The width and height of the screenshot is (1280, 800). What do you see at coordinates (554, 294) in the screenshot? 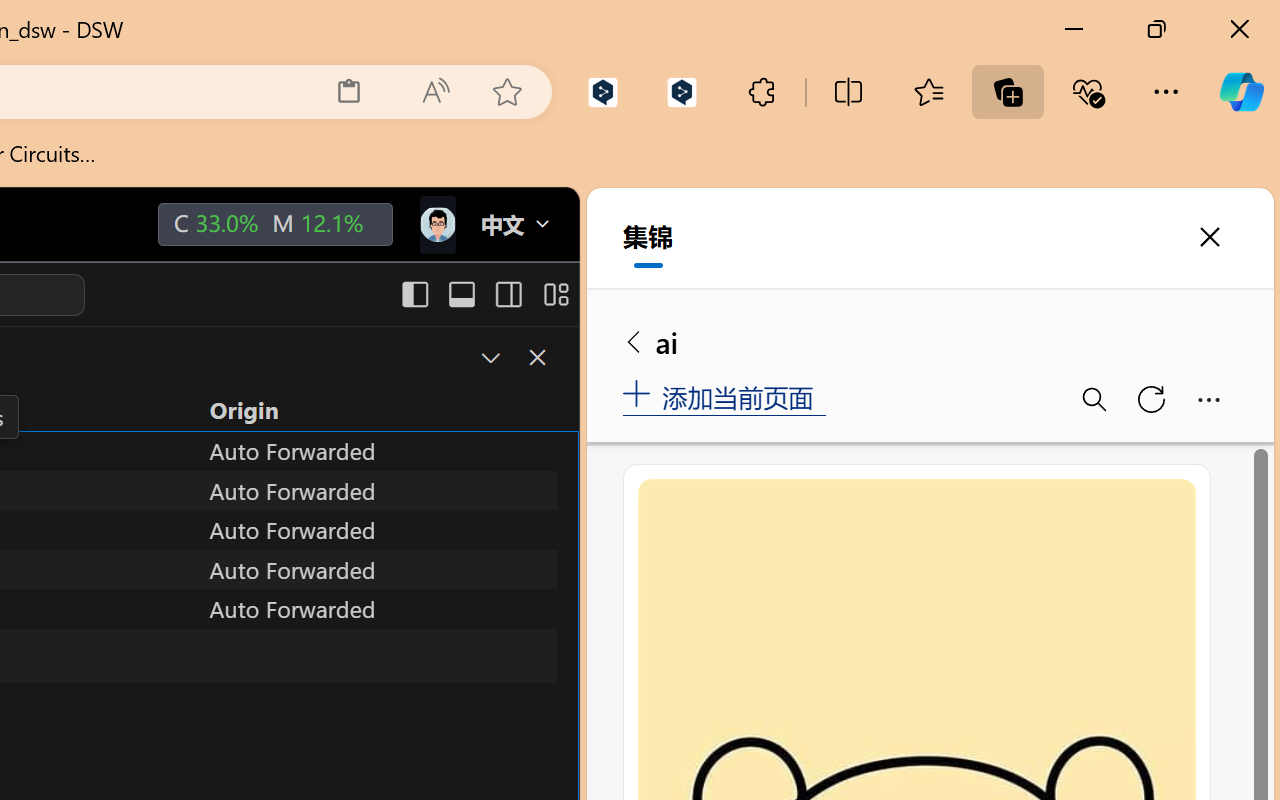
I see `'Customize Layout...'` at bounding box center [554, 294].